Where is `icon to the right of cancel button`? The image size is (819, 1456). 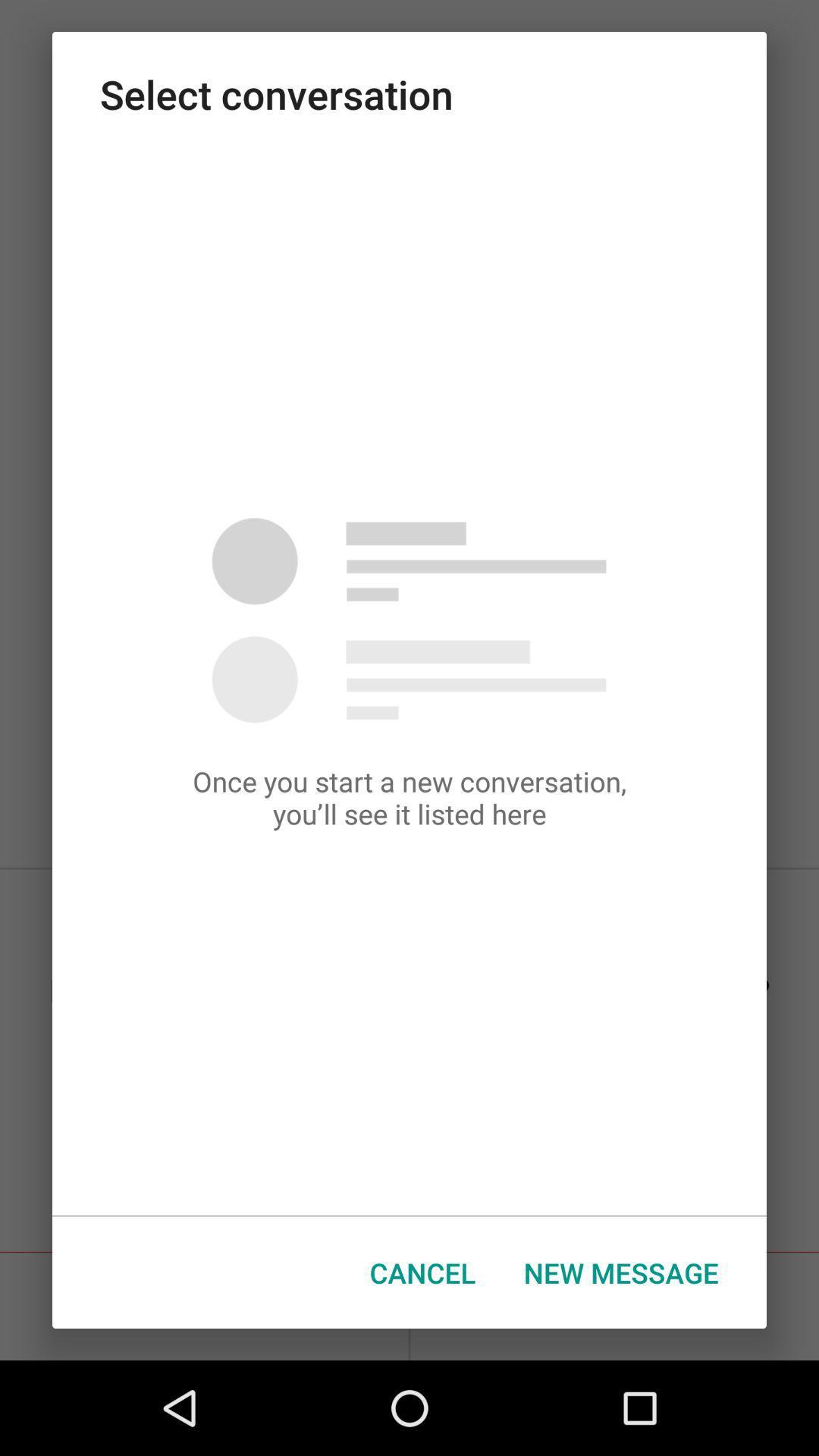
icon to the right of cancel button is located at coordinates (621, 1272).